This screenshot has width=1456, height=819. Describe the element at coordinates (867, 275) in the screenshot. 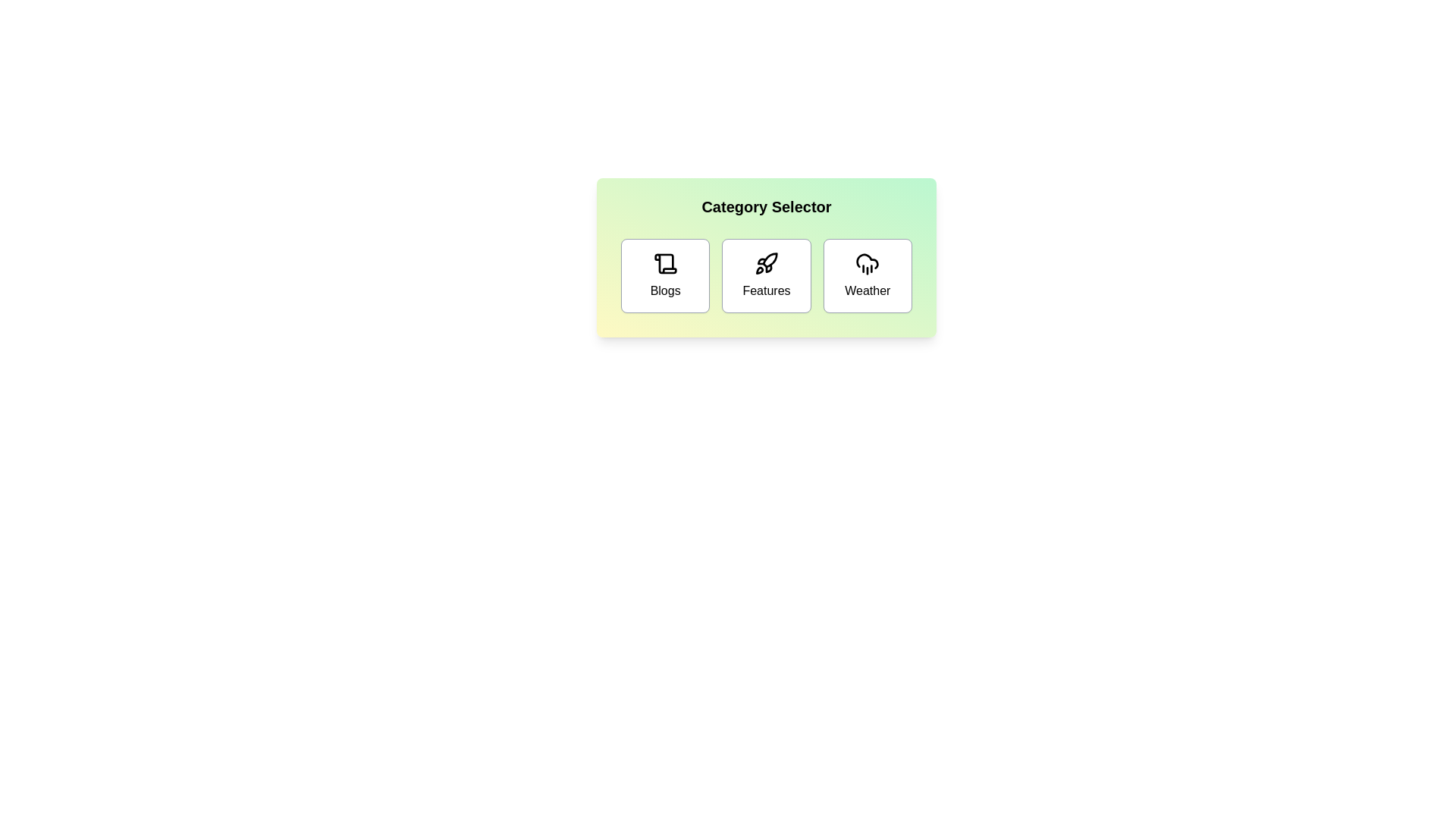

I see `the category button labeled 'Weather' to view its hover effects` at that location.